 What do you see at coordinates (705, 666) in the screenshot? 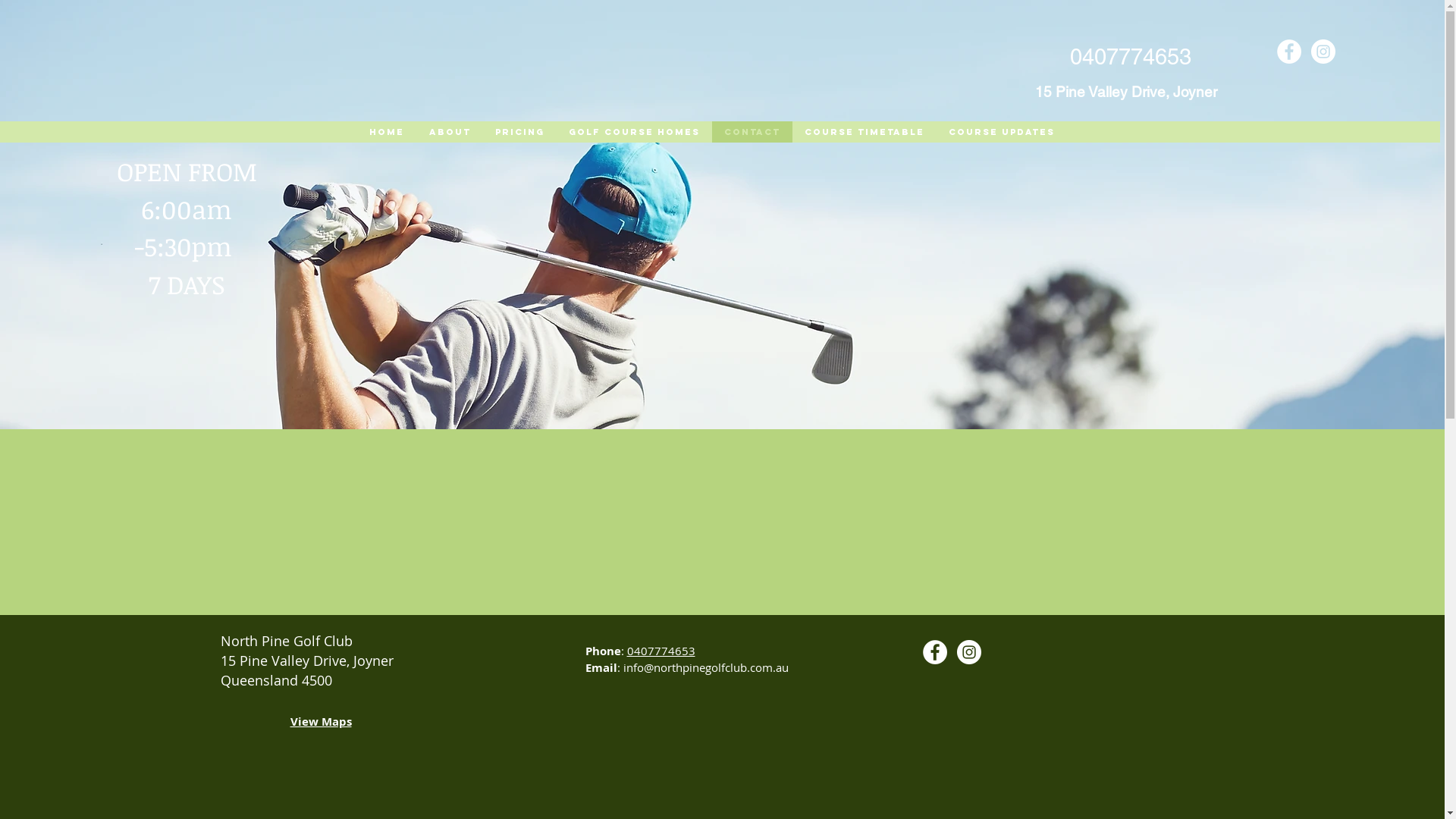
I see `'info@northpinegolfclub.com.au'` at bounding box center [705, 666].